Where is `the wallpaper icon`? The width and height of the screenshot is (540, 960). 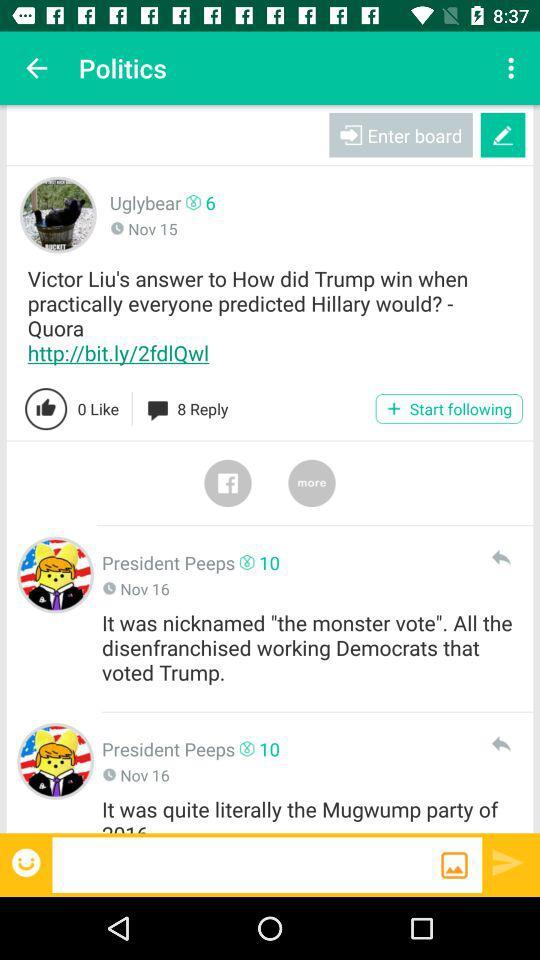 the wallpaper icon is located at coordinates (454, 864).